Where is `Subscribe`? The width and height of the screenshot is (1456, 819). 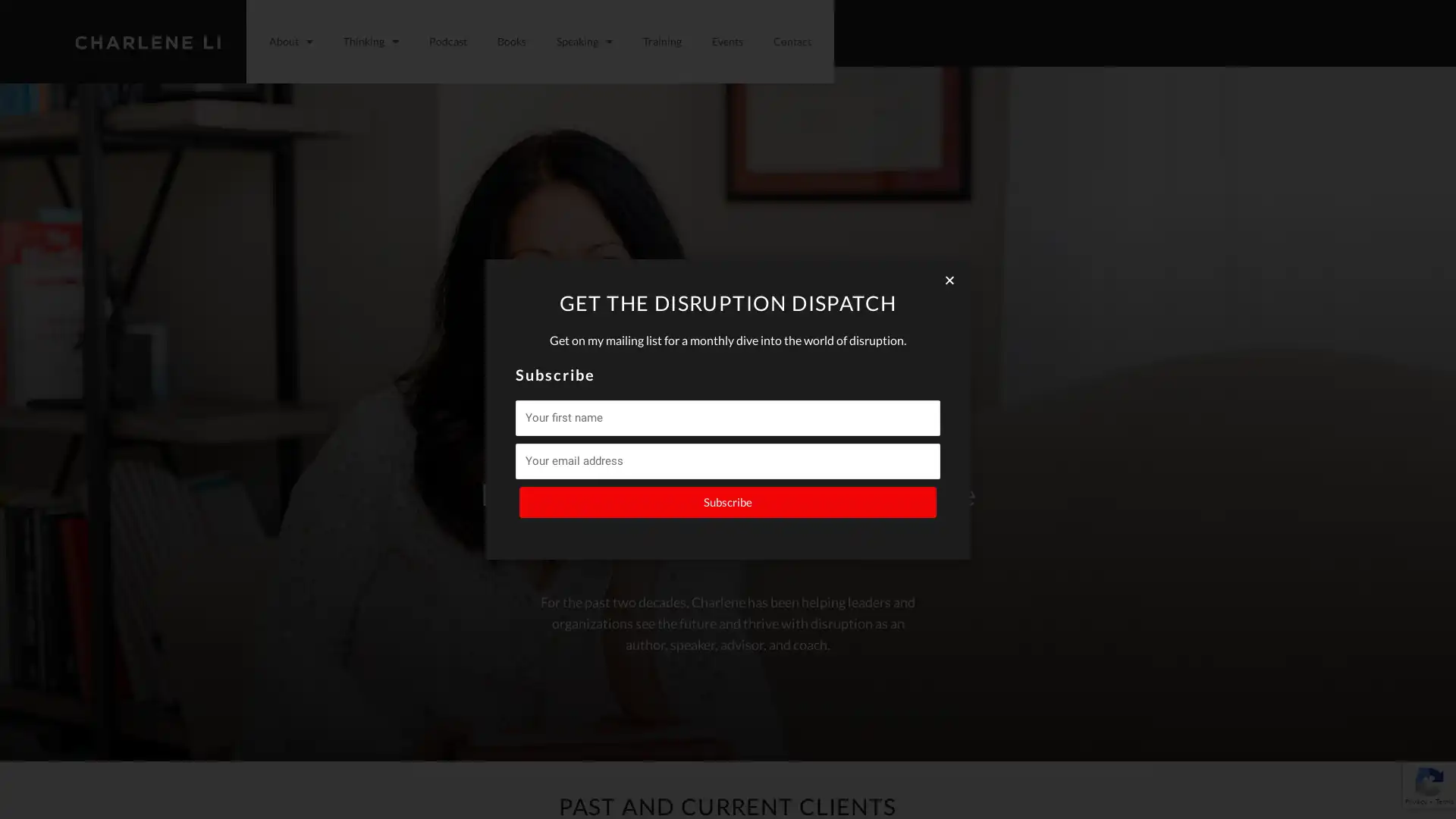 Subscribe is located at coordinates (728, 502).